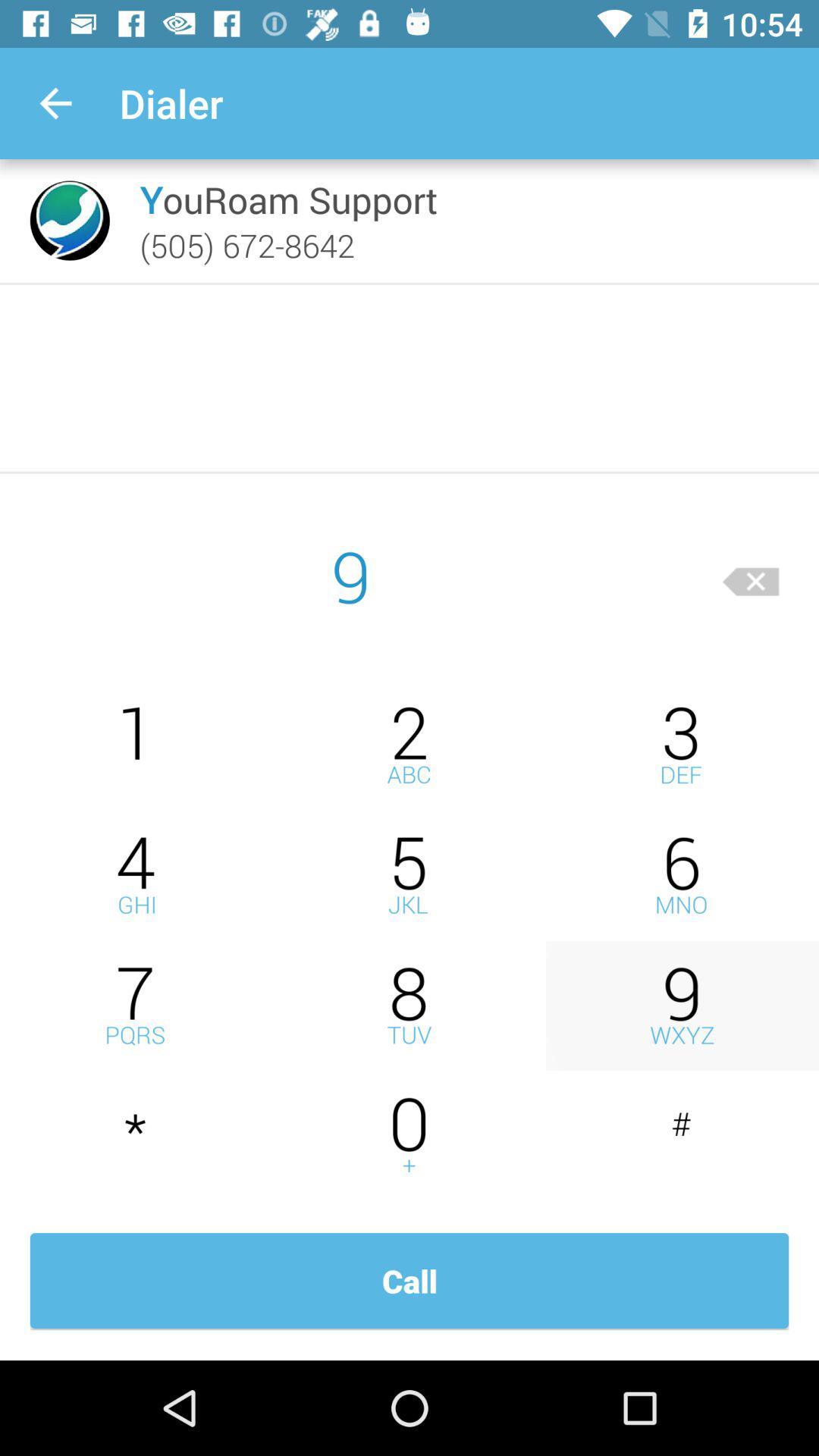  What do you see at coordinates (136, 875) in the screenshot?
I see `number` at bounding box center [136, 875].